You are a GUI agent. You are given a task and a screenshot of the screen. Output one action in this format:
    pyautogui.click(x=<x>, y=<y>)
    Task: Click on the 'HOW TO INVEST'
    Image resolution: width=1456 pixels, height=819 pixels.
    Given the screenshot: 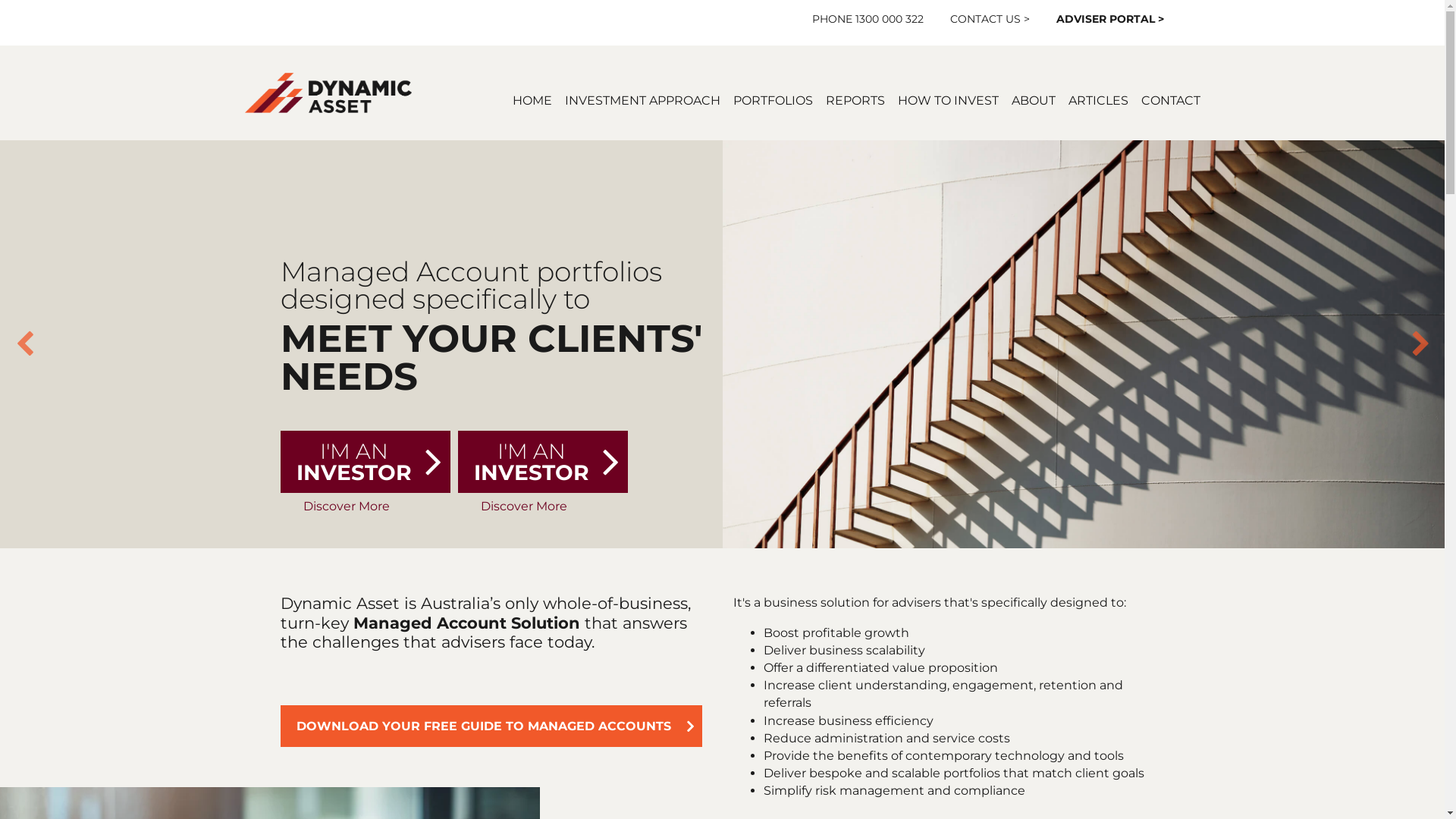 What is the action you would take?
    pyautogui.click(x=947, y=100)
    